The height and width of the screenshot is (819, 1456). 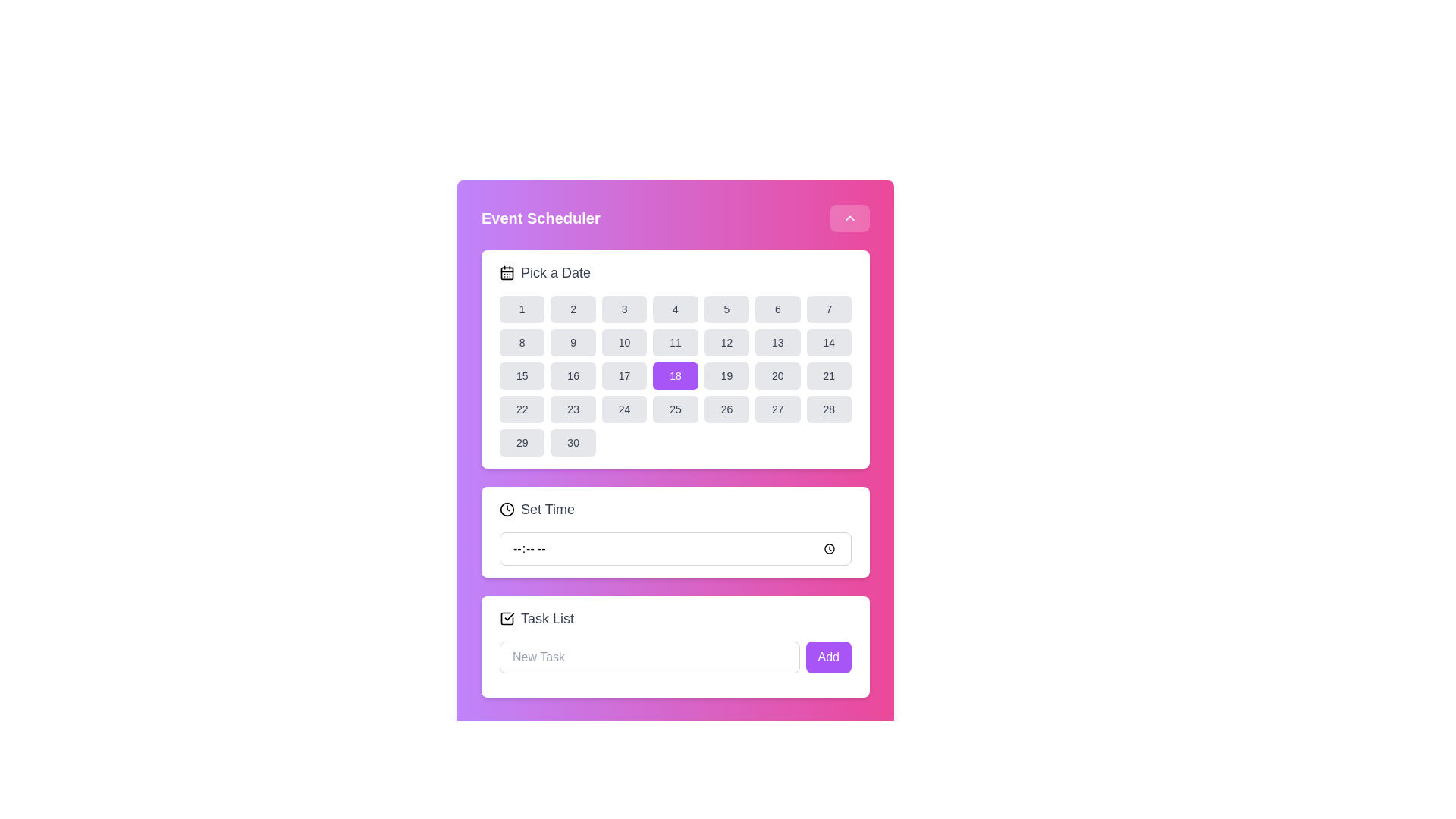 What do you see at coordinates (624, 342) in the screenshot?
I see `the button representing the date '10' in the calendar interface` at bounding box center [624, 342].